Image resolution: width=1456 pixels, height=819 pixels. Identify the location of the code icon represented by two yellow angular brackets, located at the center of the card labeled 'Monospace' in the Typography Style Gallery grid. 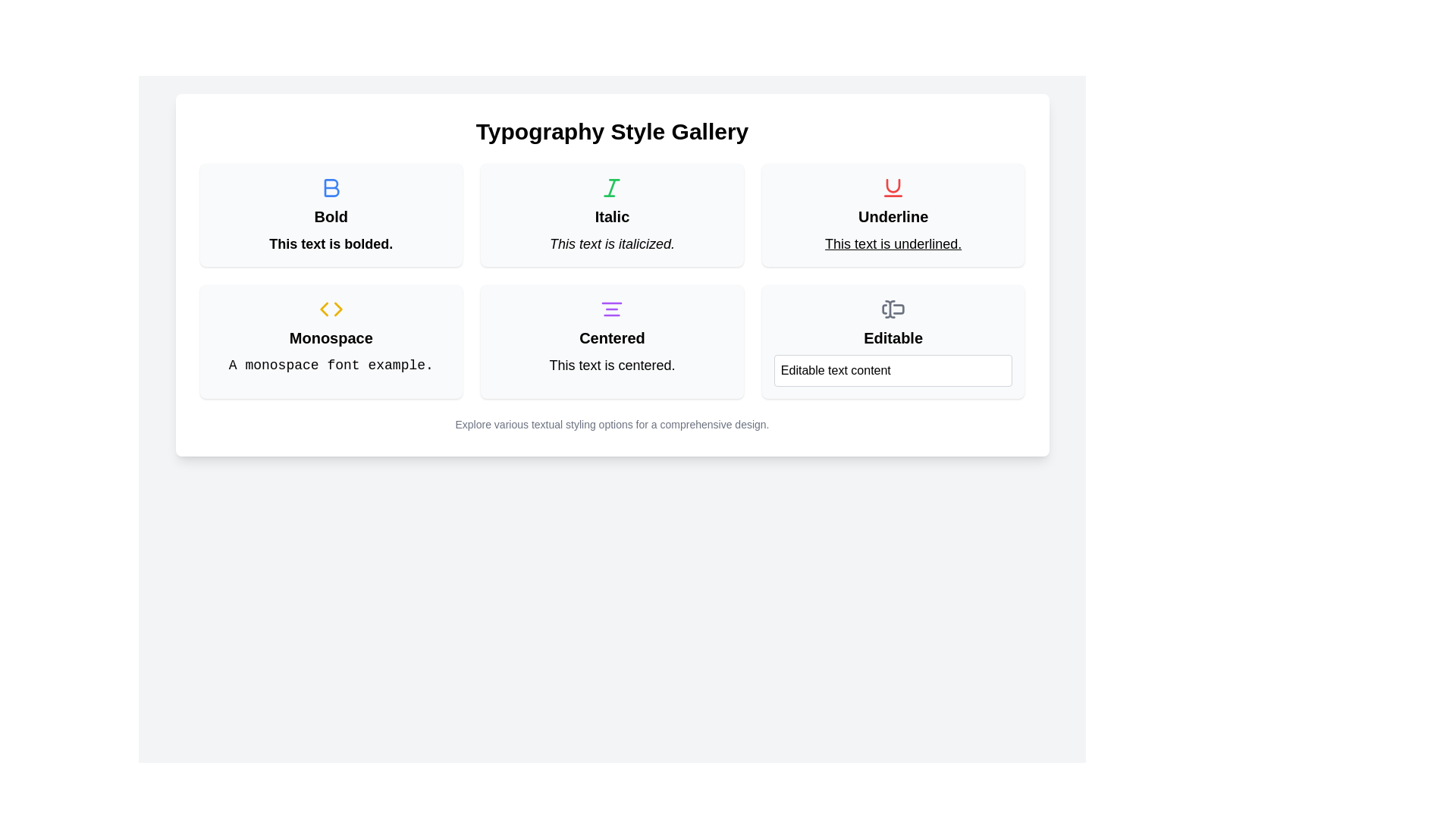
(330, 309).